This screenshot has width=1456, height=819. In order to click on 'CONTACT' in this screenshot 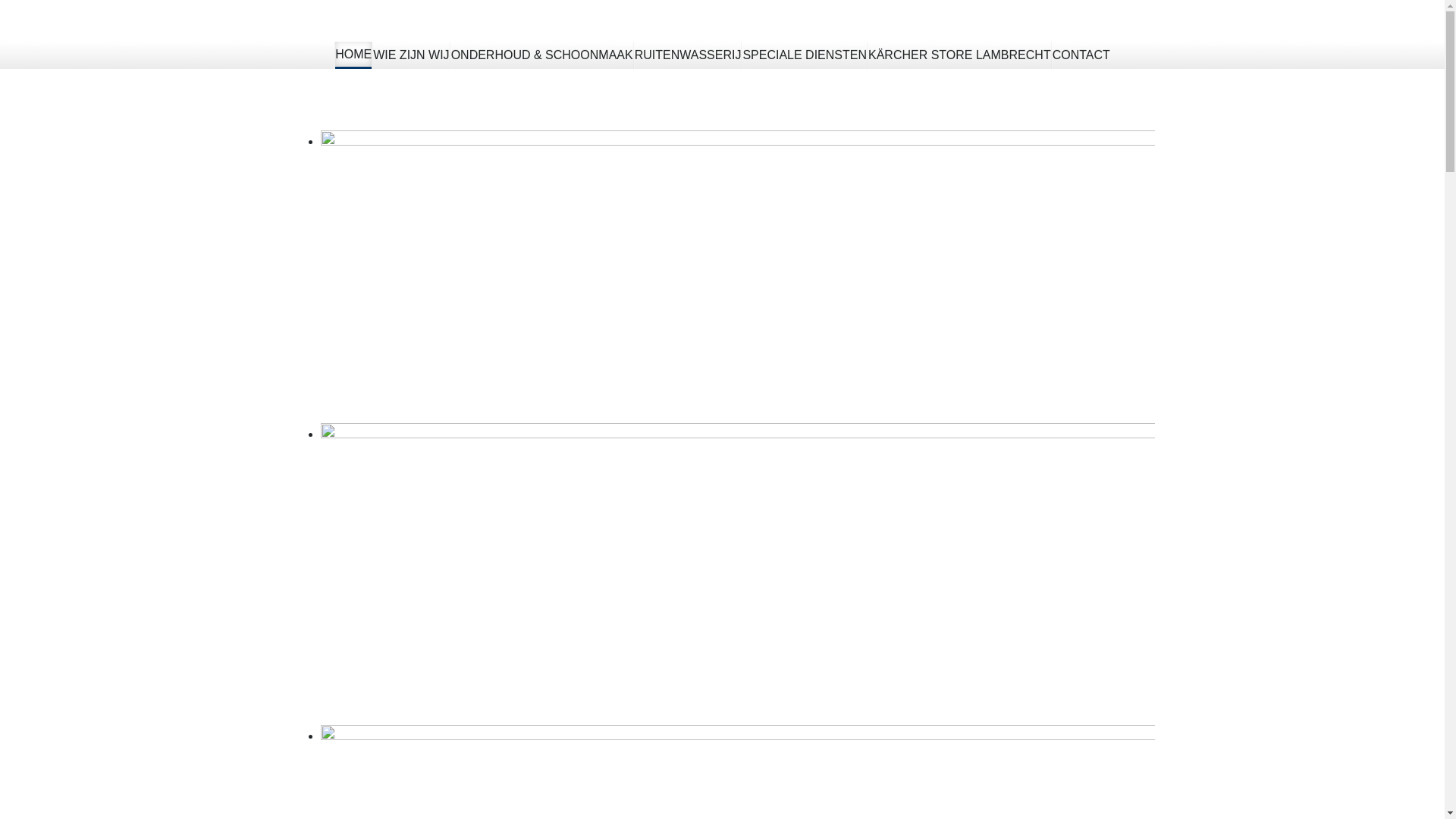, I will do `click(1080, 55)`.